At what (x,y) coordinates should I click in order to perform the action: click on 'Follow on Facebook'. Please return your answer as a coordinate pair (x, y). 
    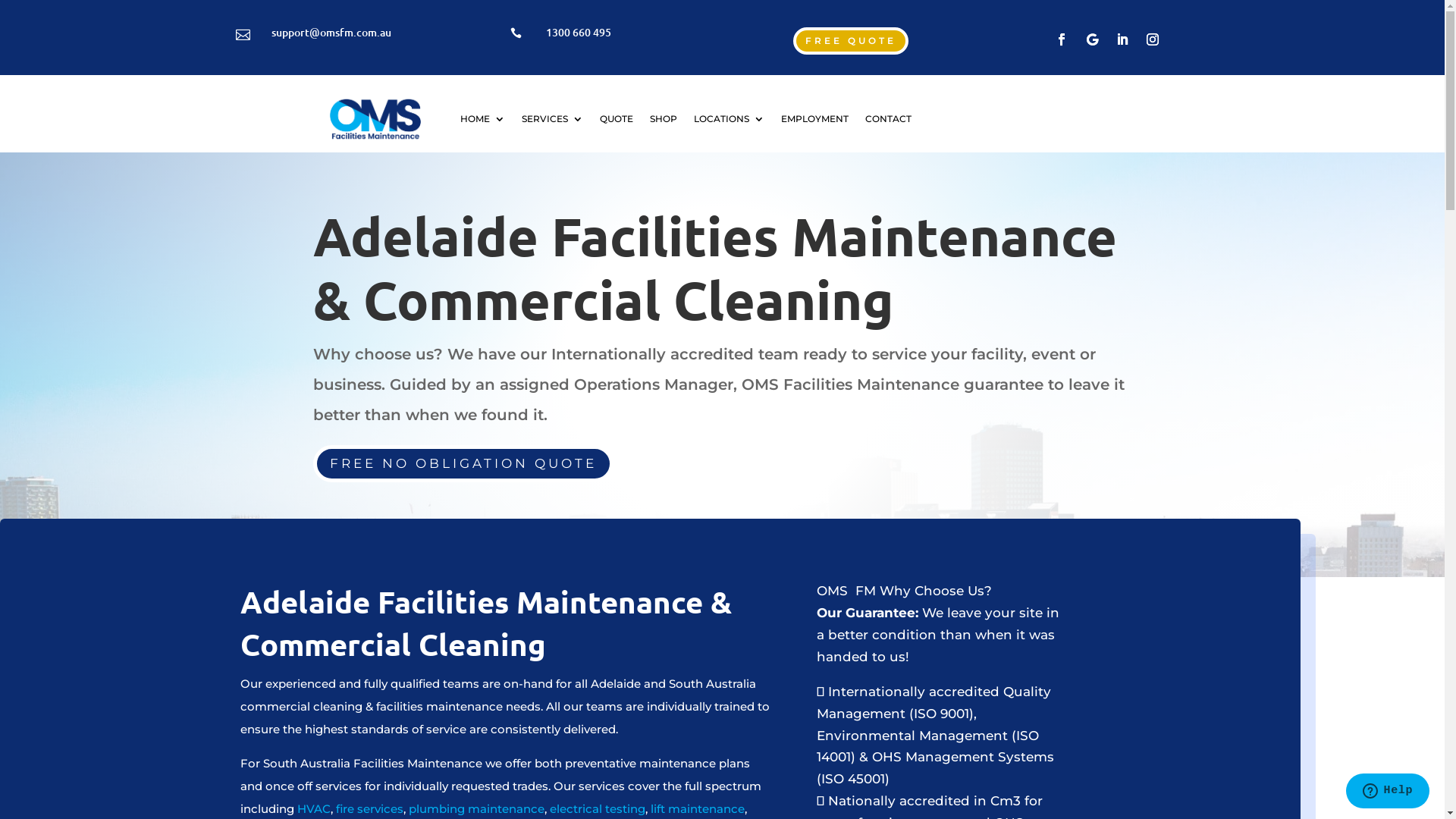
    Looking at the image, I should click on (1061, 38).